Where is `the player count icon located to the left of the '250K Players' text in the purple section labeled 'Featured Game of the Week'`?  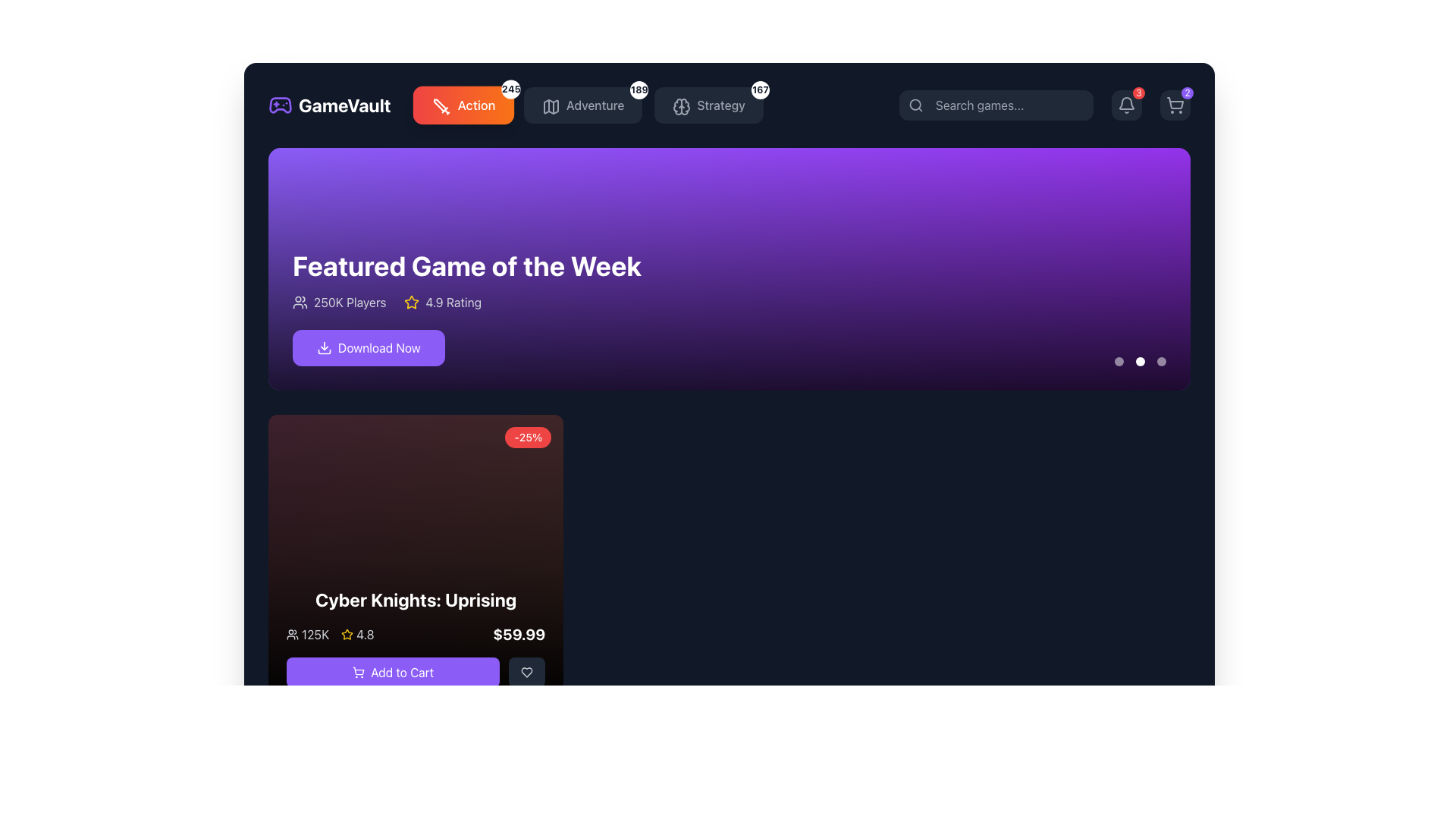 the player count icon located to the left of the '250K Players' text in the purple section labeled 'Featured Game of the Week' is located at coordinates (300, 302).